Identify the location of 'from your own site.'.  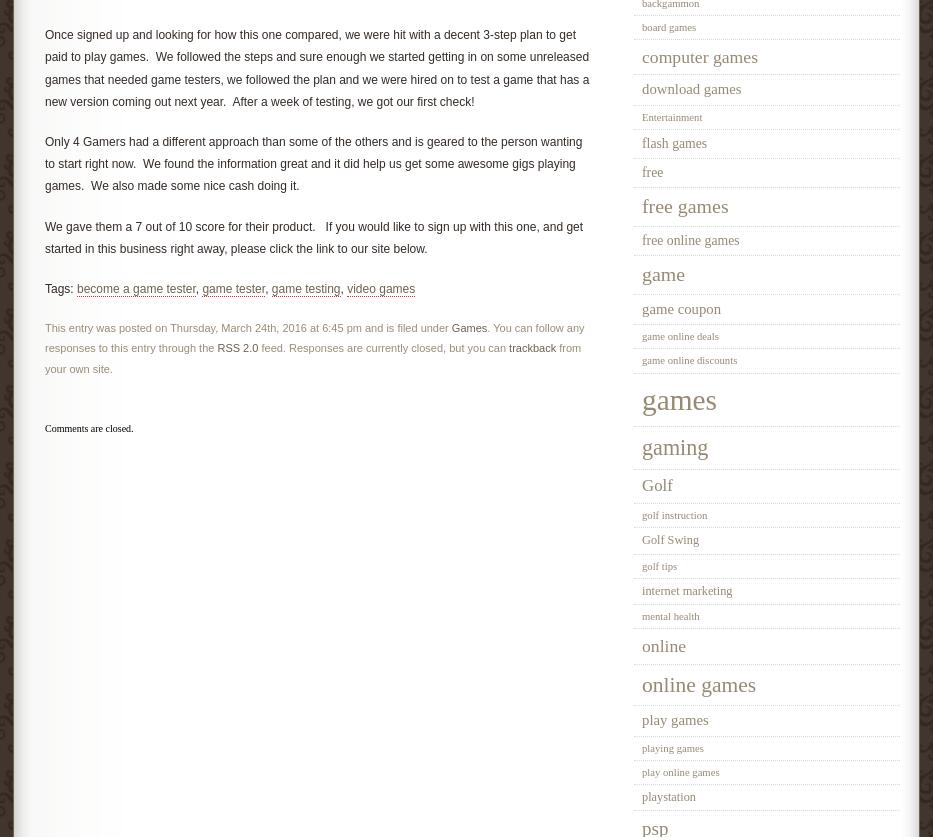
(312, 357).